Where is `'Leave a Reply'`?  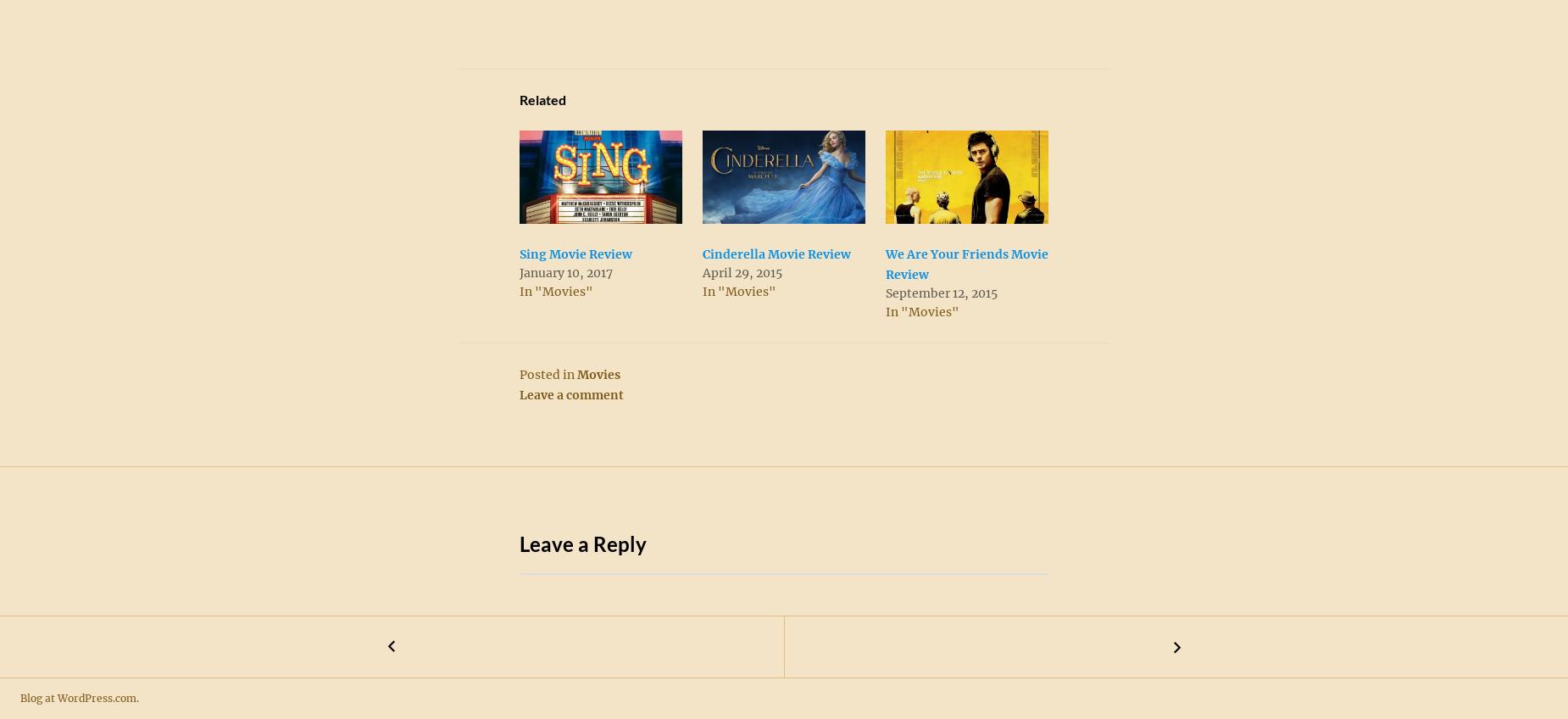 'Leave a Reply' is located at coordinates (583, 543).